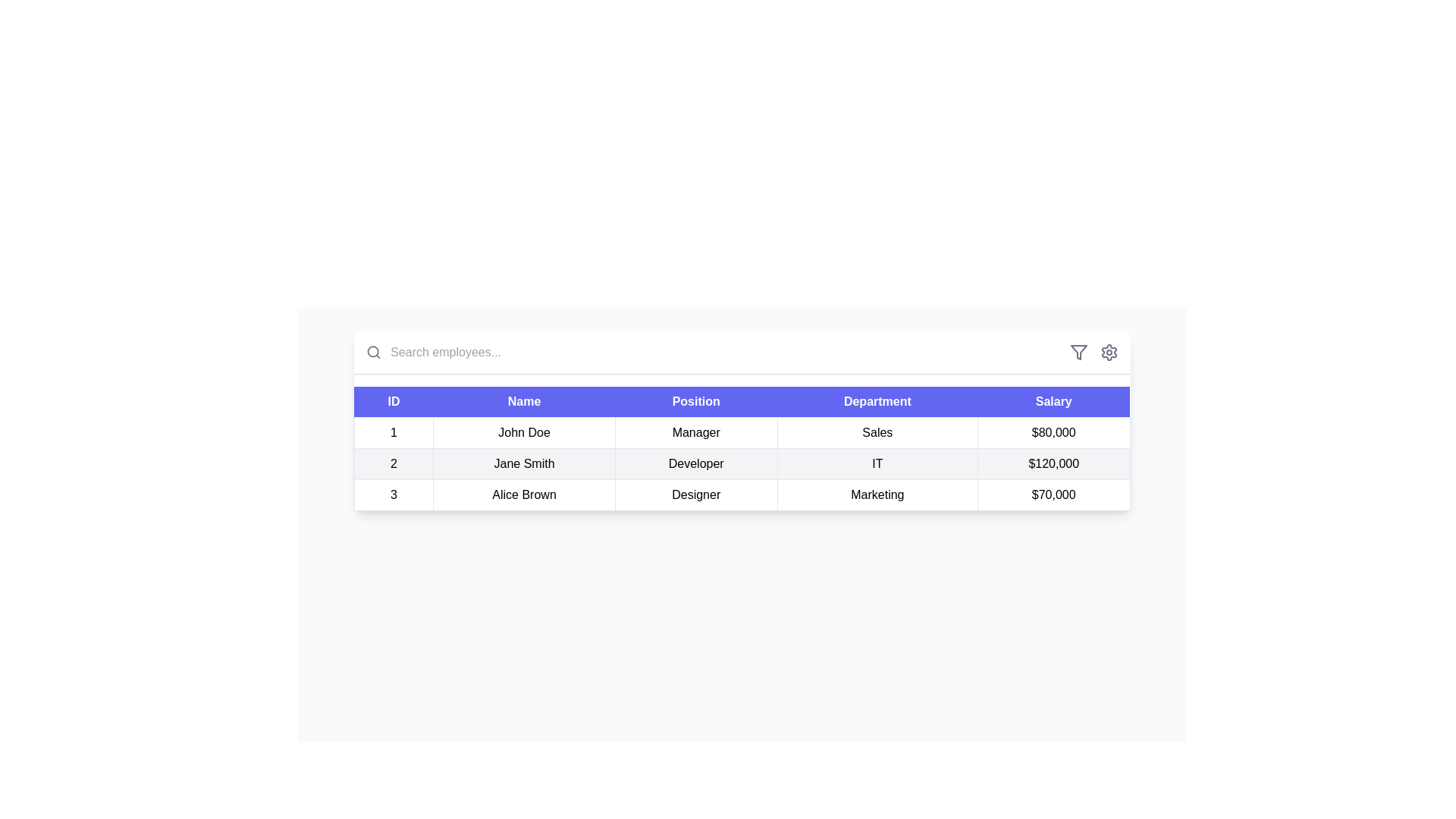 This screenshot has width=1456, height=819. What do you see at coordinates (524, 401) in the screenshot?
I see `the second column header cell in the data table indicating 'Name', located between 'ID' and 'Position'` at bounding box center [524, 401].